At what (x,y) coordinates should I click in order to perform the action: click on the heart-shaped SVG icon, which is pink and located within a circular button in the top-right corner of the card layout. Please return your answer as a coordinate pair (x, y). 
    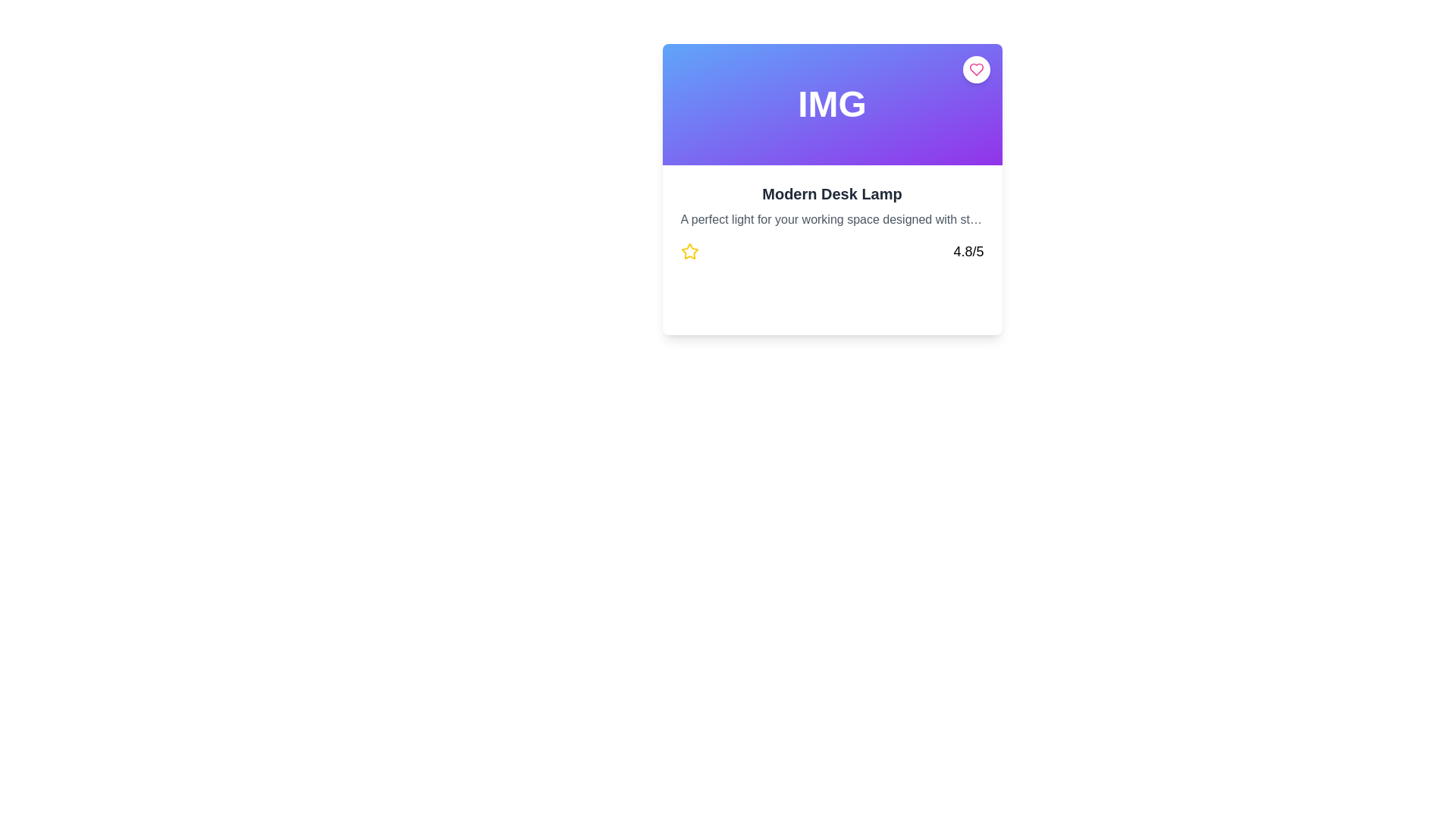
    Looking at the image, I should click on (976, 70).